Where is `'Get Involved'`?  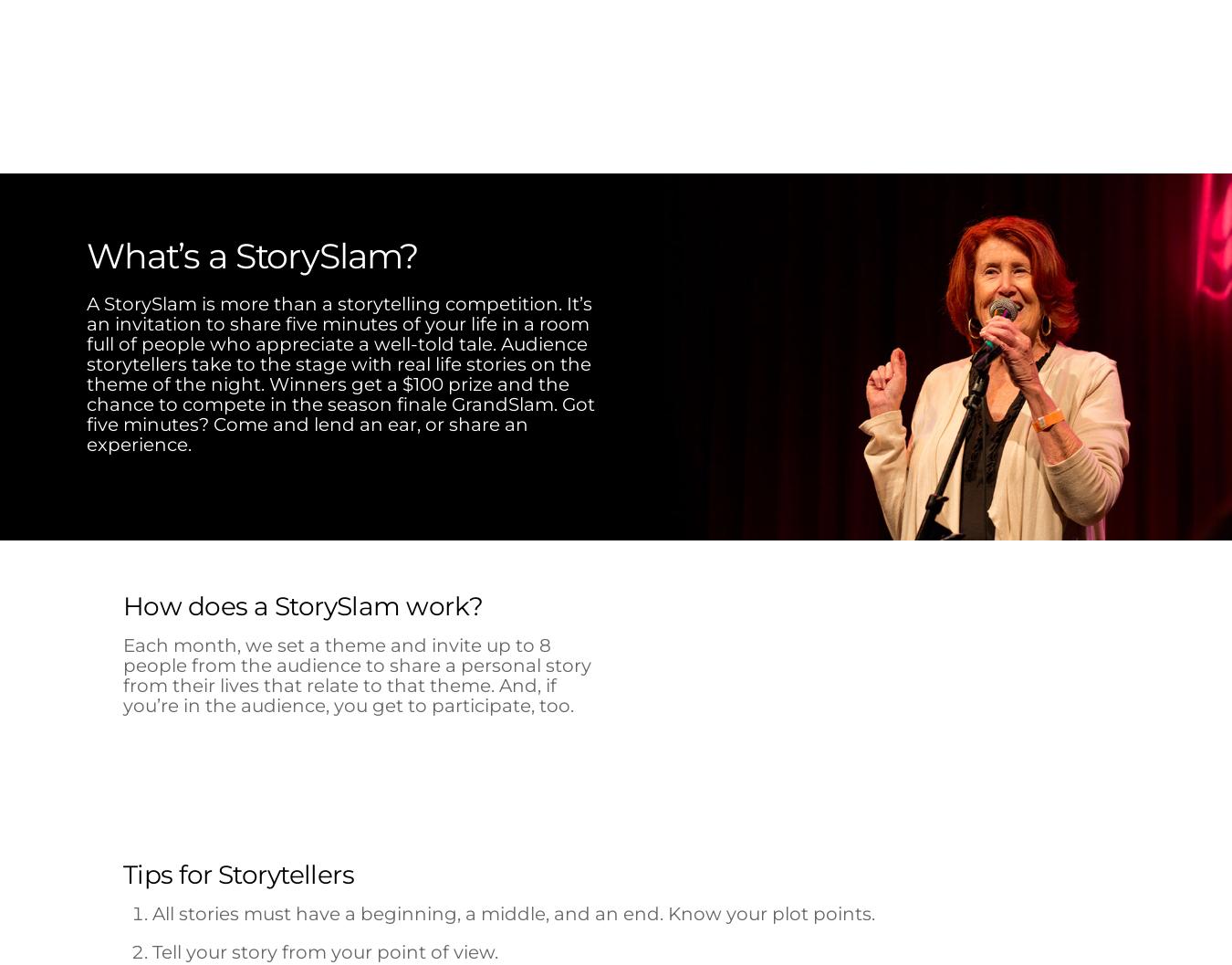 'Get Involved' is located at coordinates (823, 45).